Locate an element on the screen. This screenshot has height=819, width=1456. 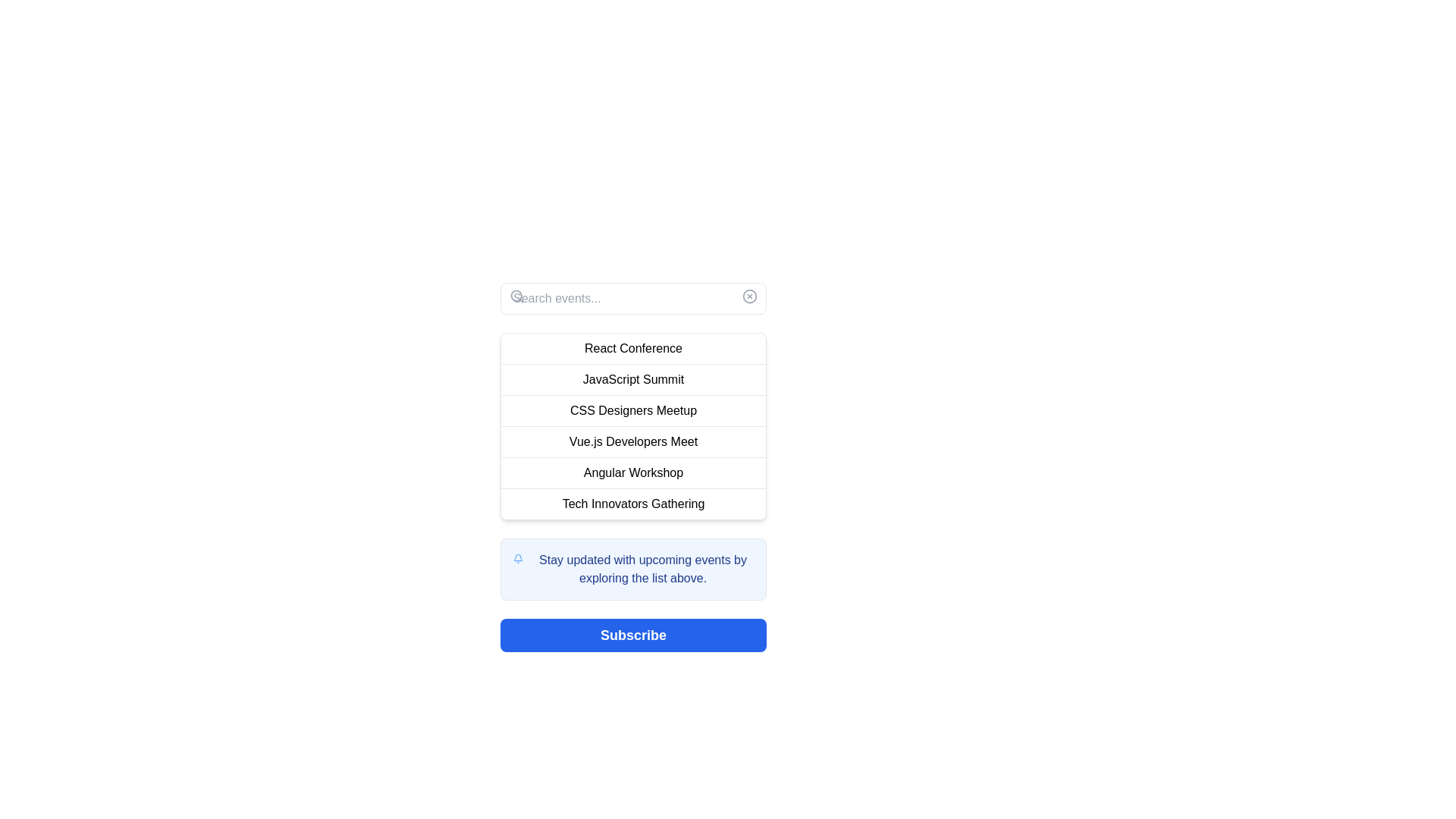
to select the third item in a vertical list of six items, located below 'JavaScript Summit' and above 'Vue.js Developers Meet' is located at coordinates (633, 410).